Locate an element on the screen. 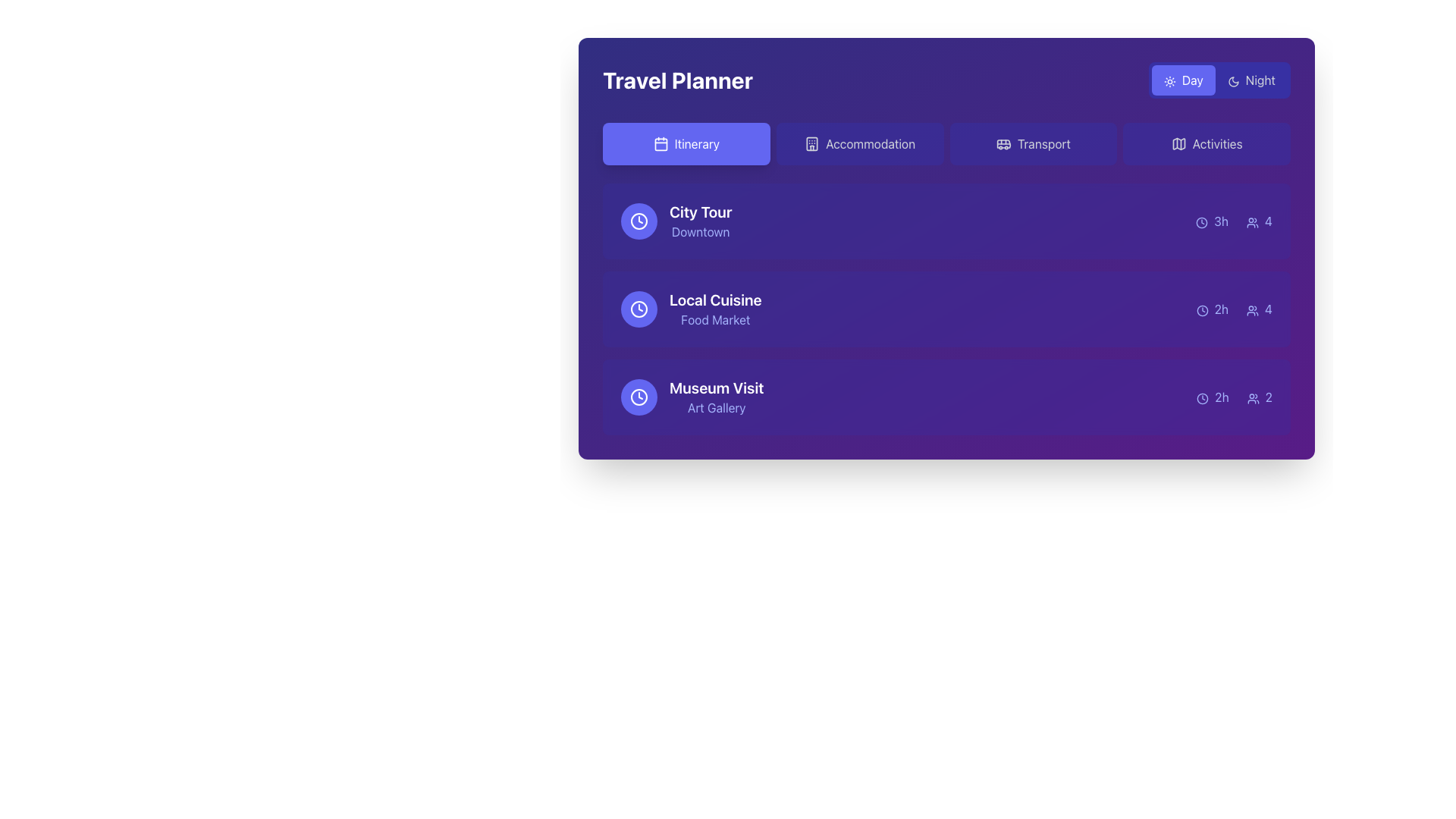  the 'Local Cuisine' text label, which is displayed in white on a purple background, to emphasize or reveal additional information is located at coordinates (714, 300).